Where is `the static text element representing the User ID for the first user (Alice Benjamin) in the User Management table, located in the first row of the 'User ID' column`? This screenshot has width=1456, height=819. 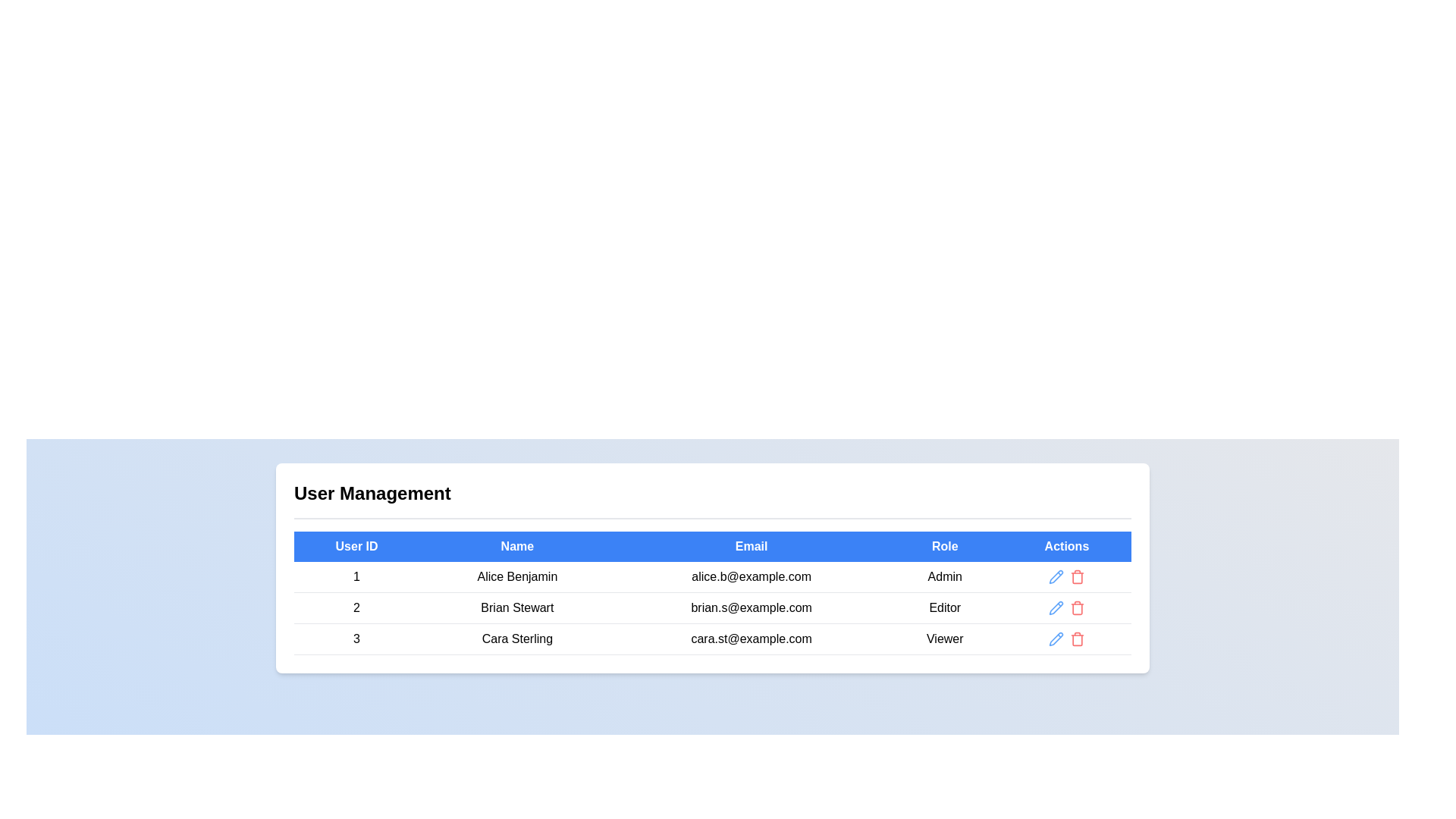
the static text element representing the User ID for the first user (Alice Benjamin) in the User Management table, located in the first row of the 'User ID' column is located at coordinates (356, 577).